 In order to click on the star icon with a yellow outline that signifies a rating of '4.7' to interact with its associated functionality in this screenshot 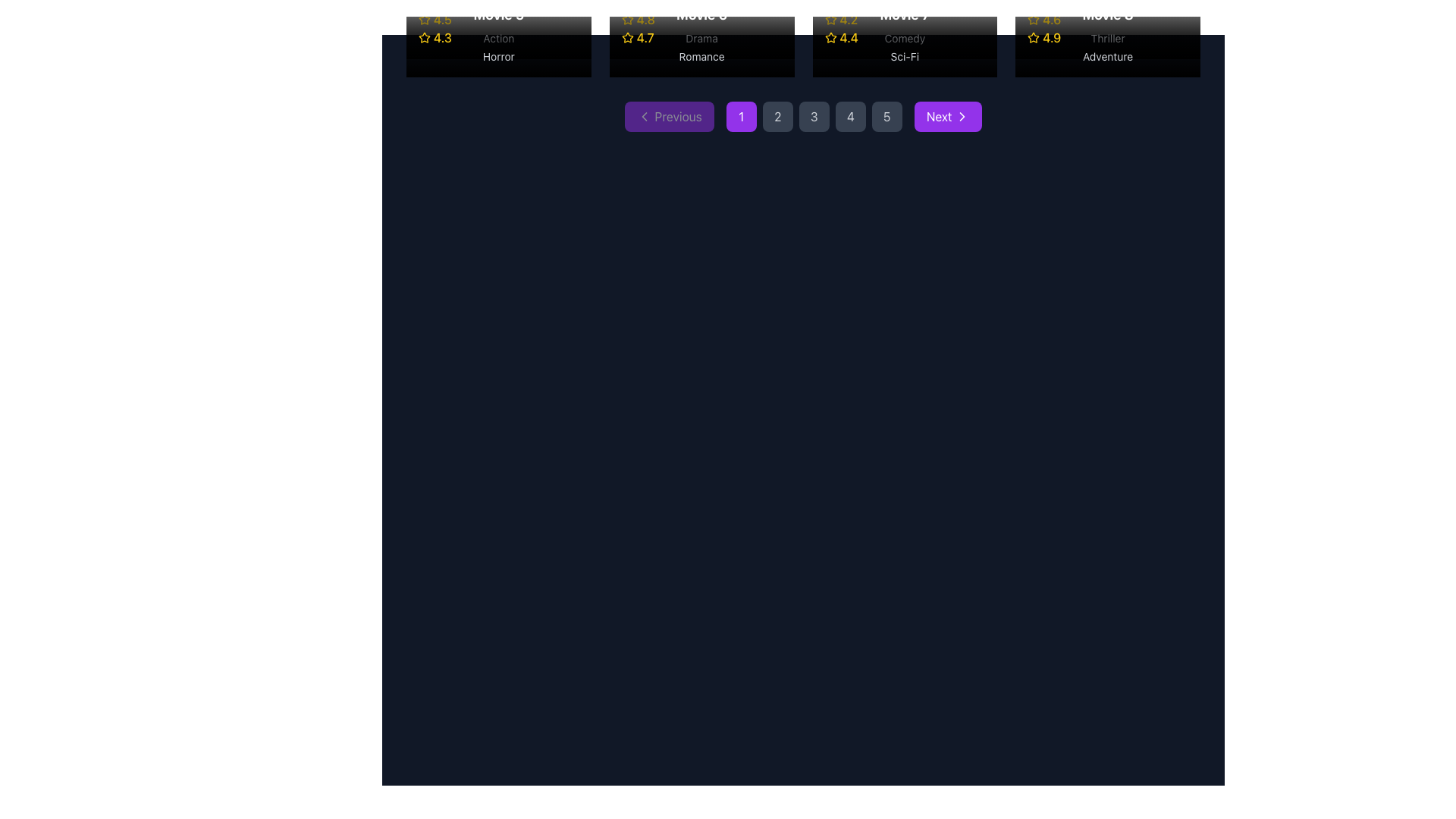, I will do `click(627, 37)`.